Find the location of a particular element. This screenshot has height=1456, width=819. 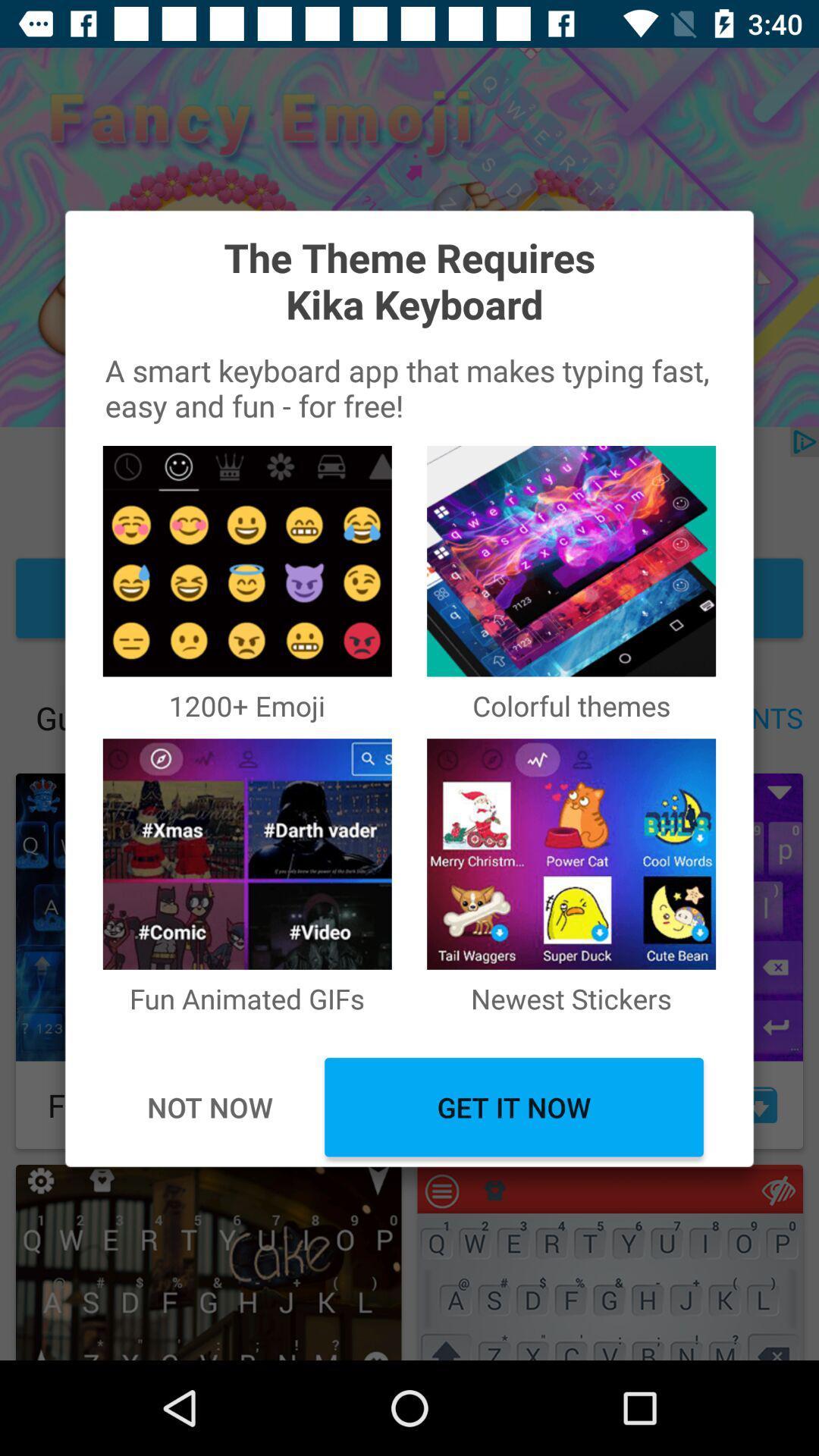

item below fun animated gifs is located at coordinates (513, 1107).